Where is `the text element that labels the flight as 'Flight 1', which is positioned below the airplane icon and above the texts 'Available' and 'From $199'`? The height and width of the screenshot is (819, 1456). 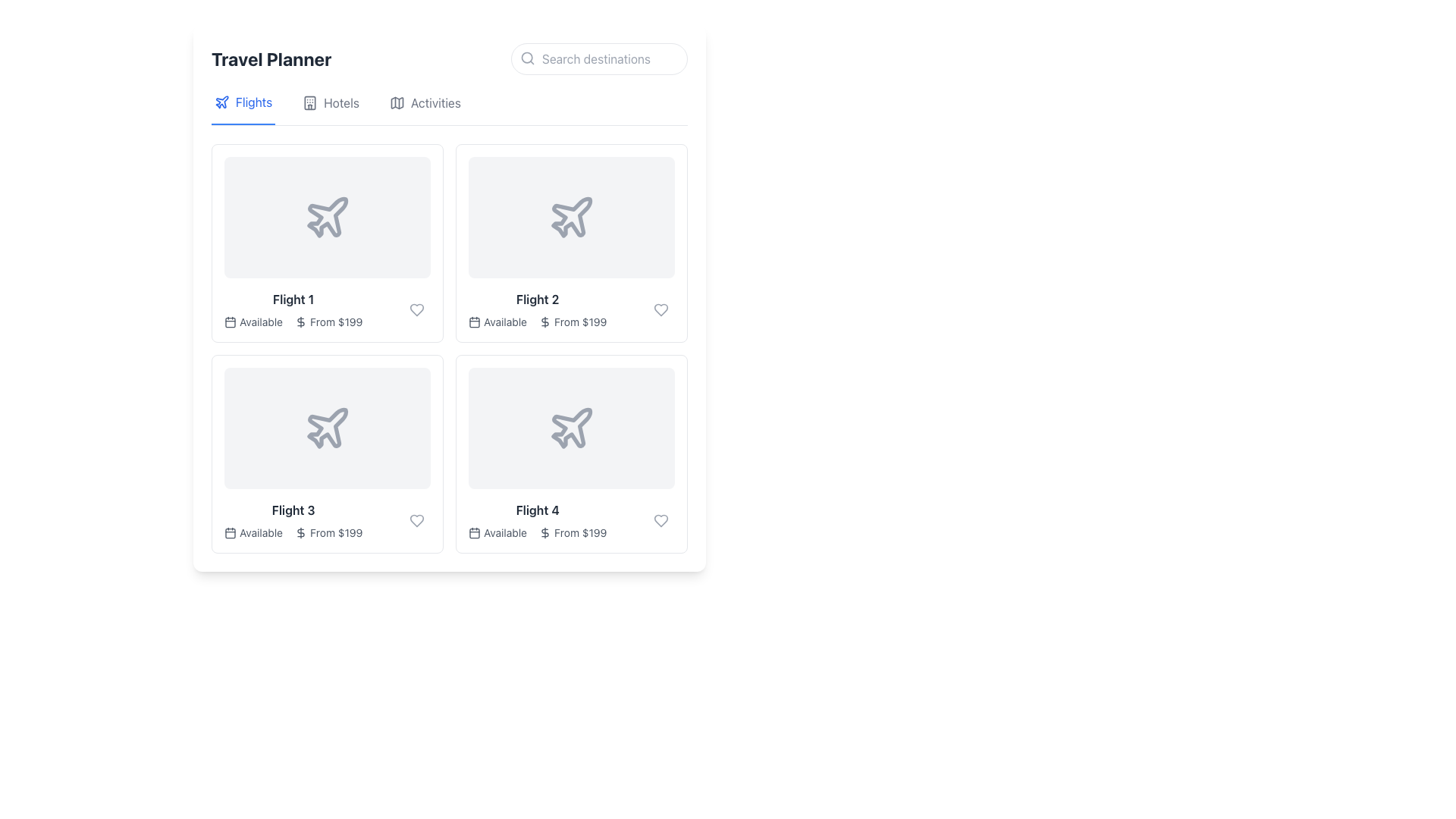
the text element that labels the flight as 'Flight 1', which is positioned below the airplane icon and above the texts 'Available' and 'From $199' is located at coordinates (293, 299).